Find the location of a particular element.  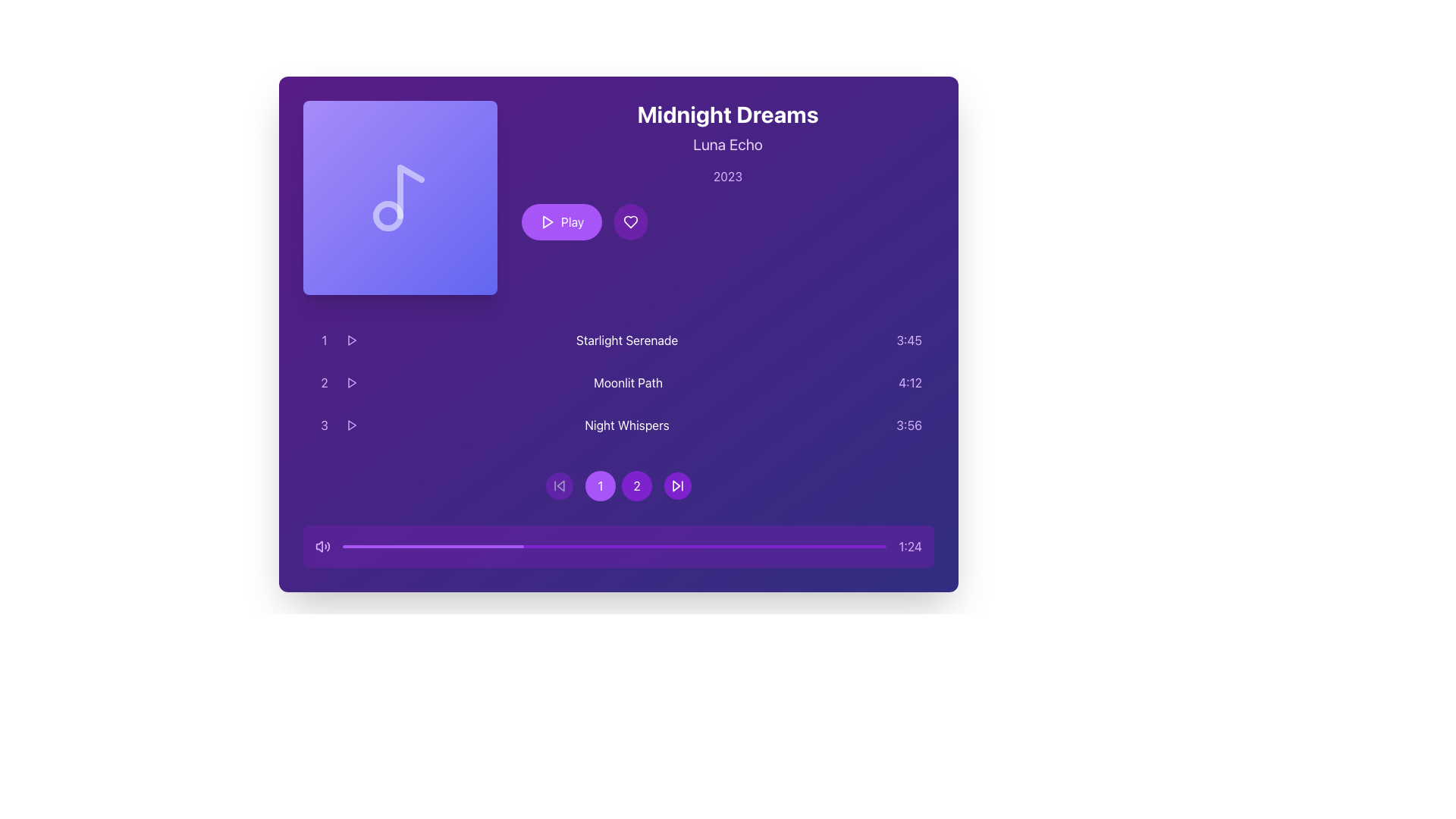

the first circular button labeled '1' in the navigation bar is located at coordinates (619, 485).